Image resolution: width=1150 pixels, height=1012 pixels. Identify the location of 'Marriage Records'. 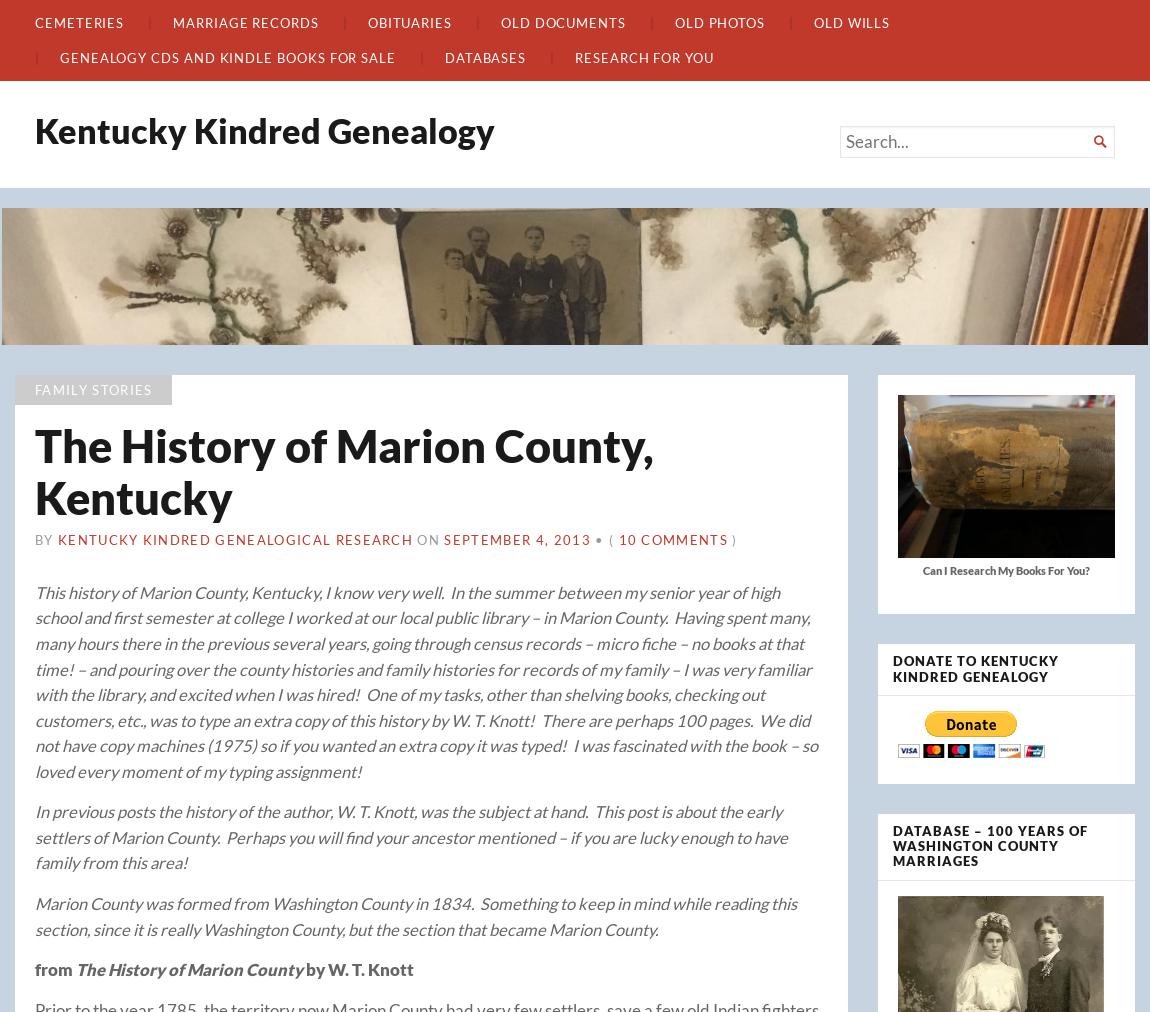
(244, 20).